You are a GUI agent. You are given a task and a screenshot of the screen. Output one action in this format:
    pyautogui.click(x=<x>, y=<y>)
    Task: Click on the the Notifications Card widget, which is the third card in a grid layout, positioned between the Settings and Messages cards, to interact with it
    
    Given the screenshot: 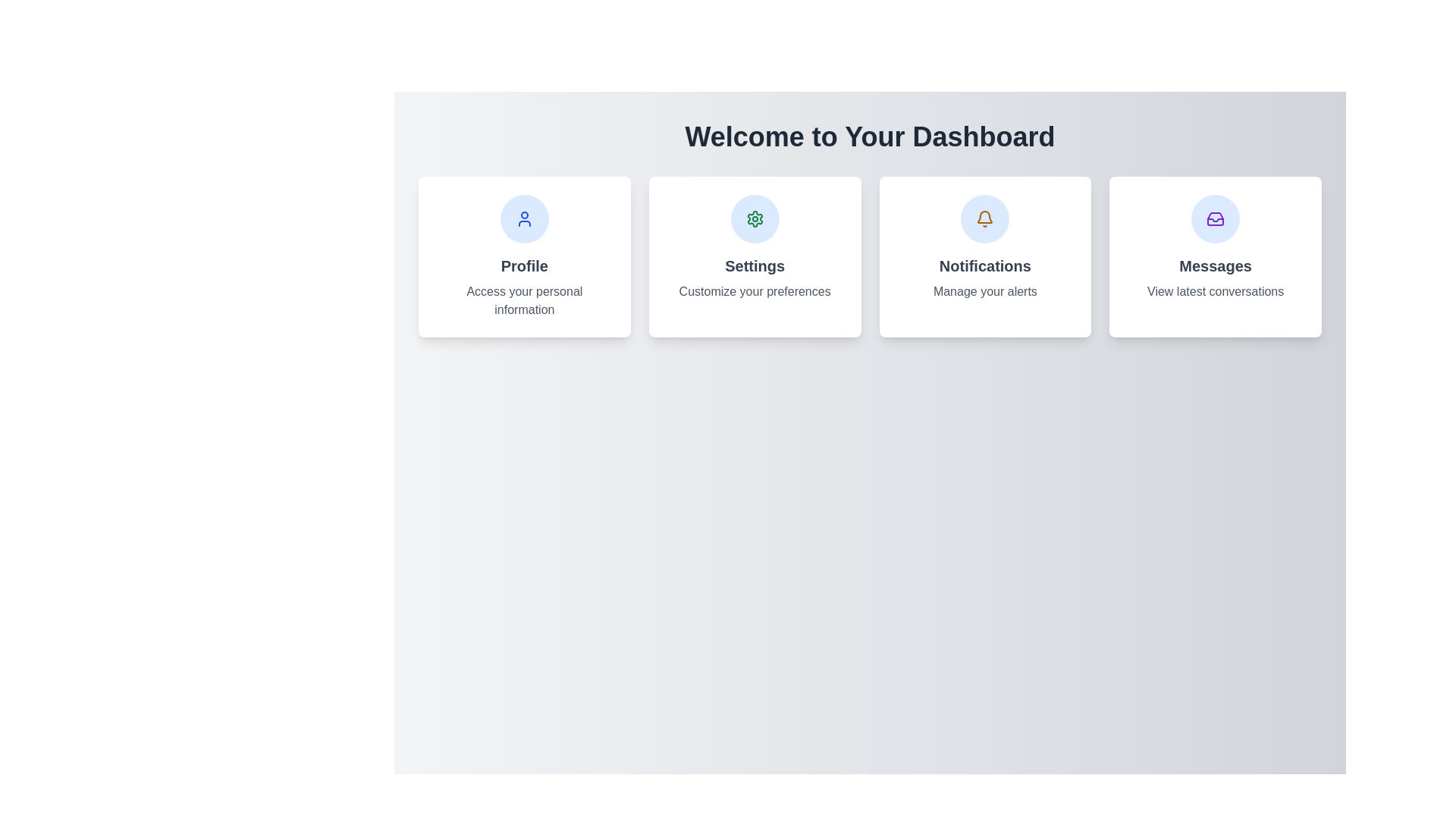 What is the action you would take?
    pyautogui.click(x=985, y=256)
    